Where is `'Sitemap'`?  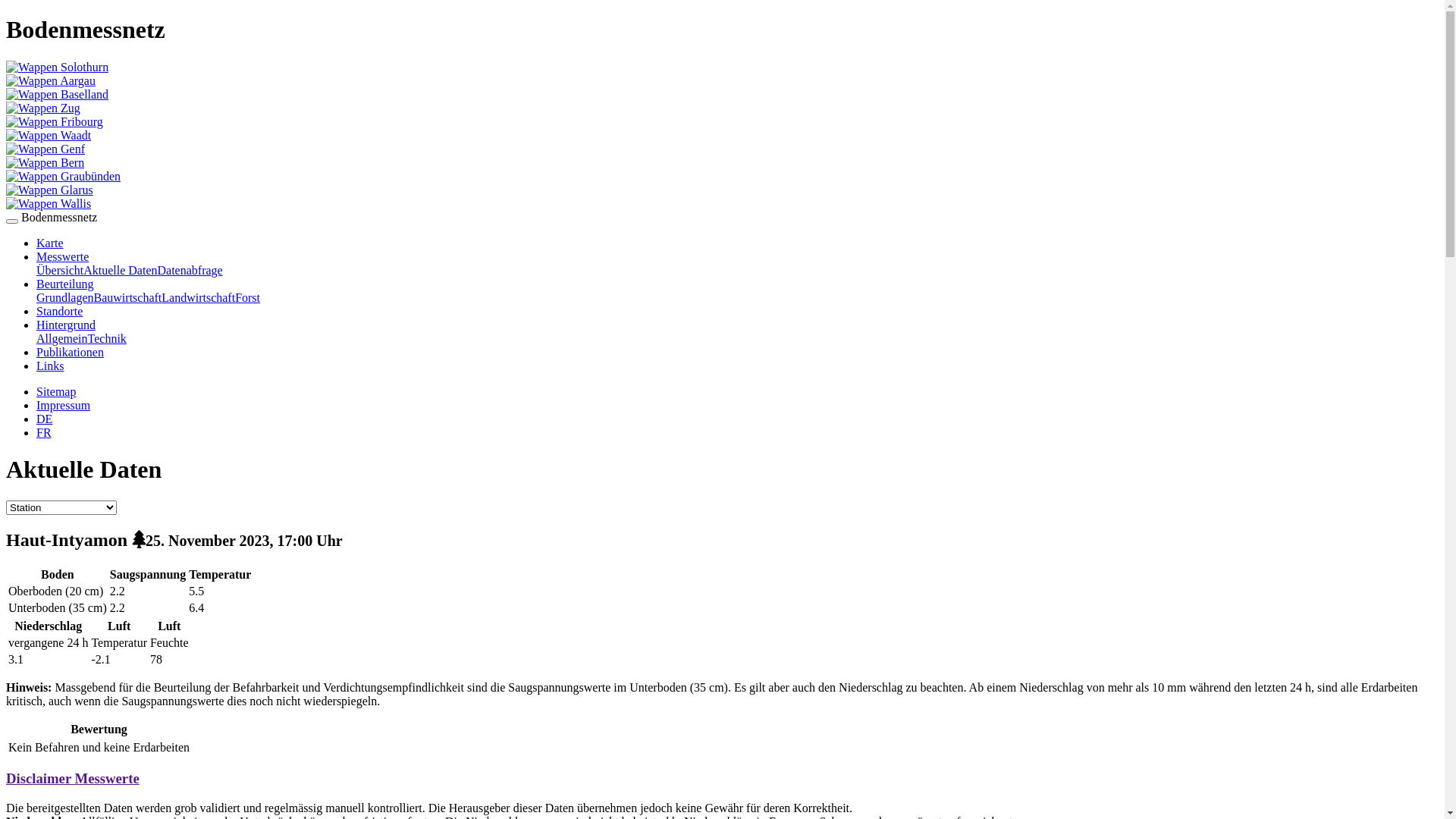 'Sitemap' is located at coordinates (55, 391).